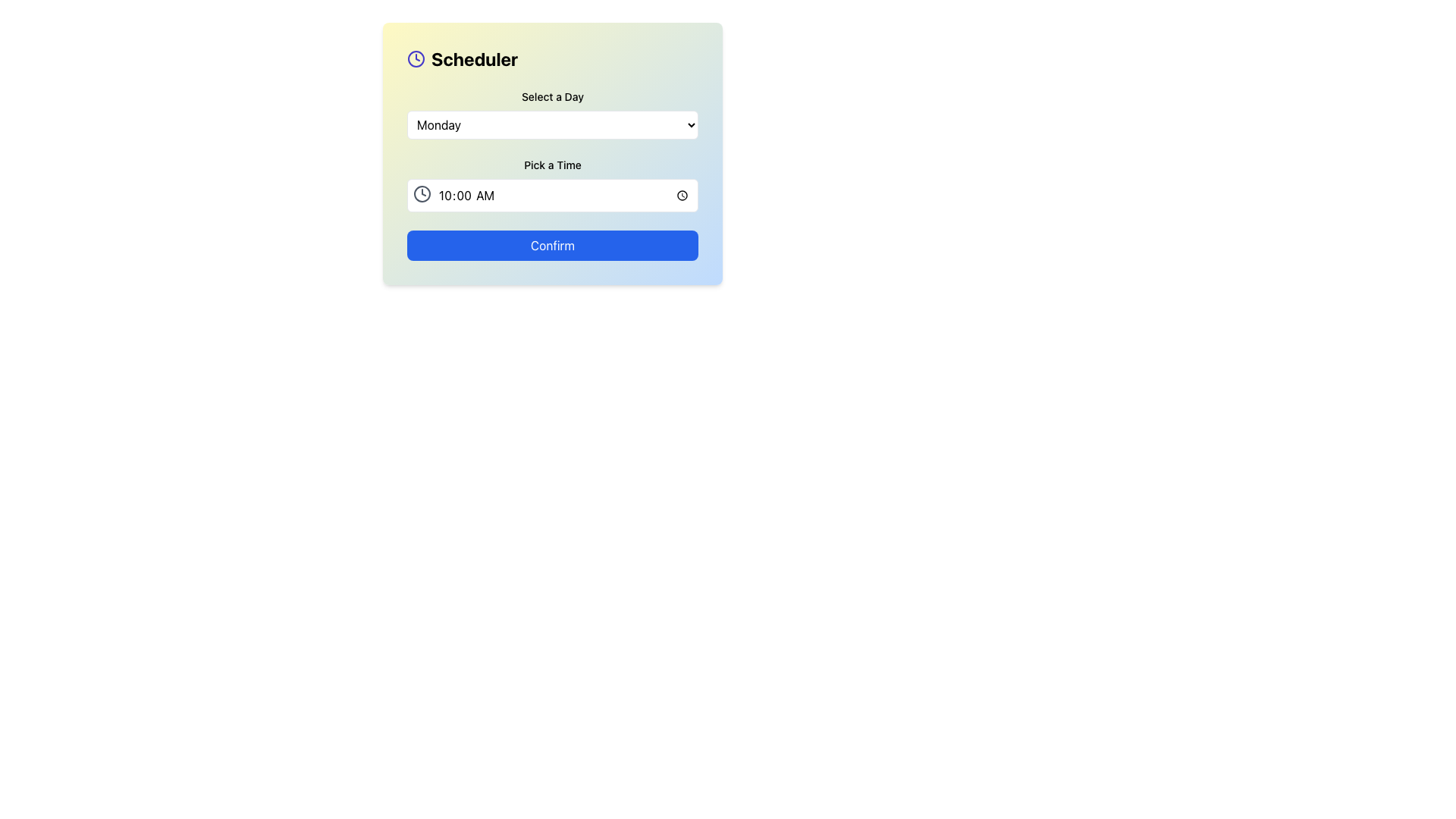  I want to click on the clock icon located at the far left end of the time input box, which has a circular outline and clock hands in a thin, stroked gray design, so click(422, 193).